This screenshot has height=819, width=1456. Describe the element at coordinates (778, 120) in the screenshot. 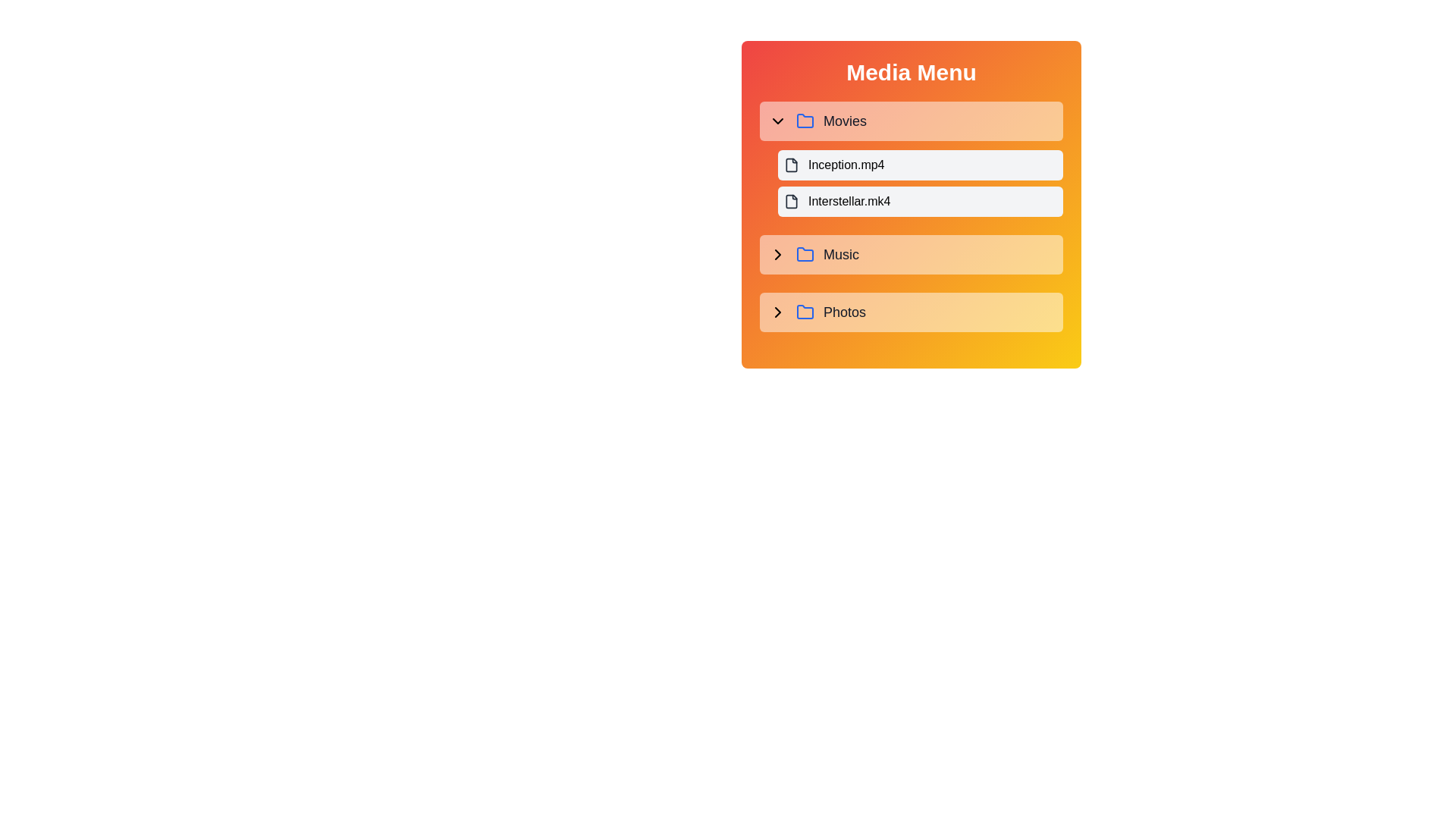

I see `the Dropdown toggle icon located at the beginning of the 'Movies' section` at that location.